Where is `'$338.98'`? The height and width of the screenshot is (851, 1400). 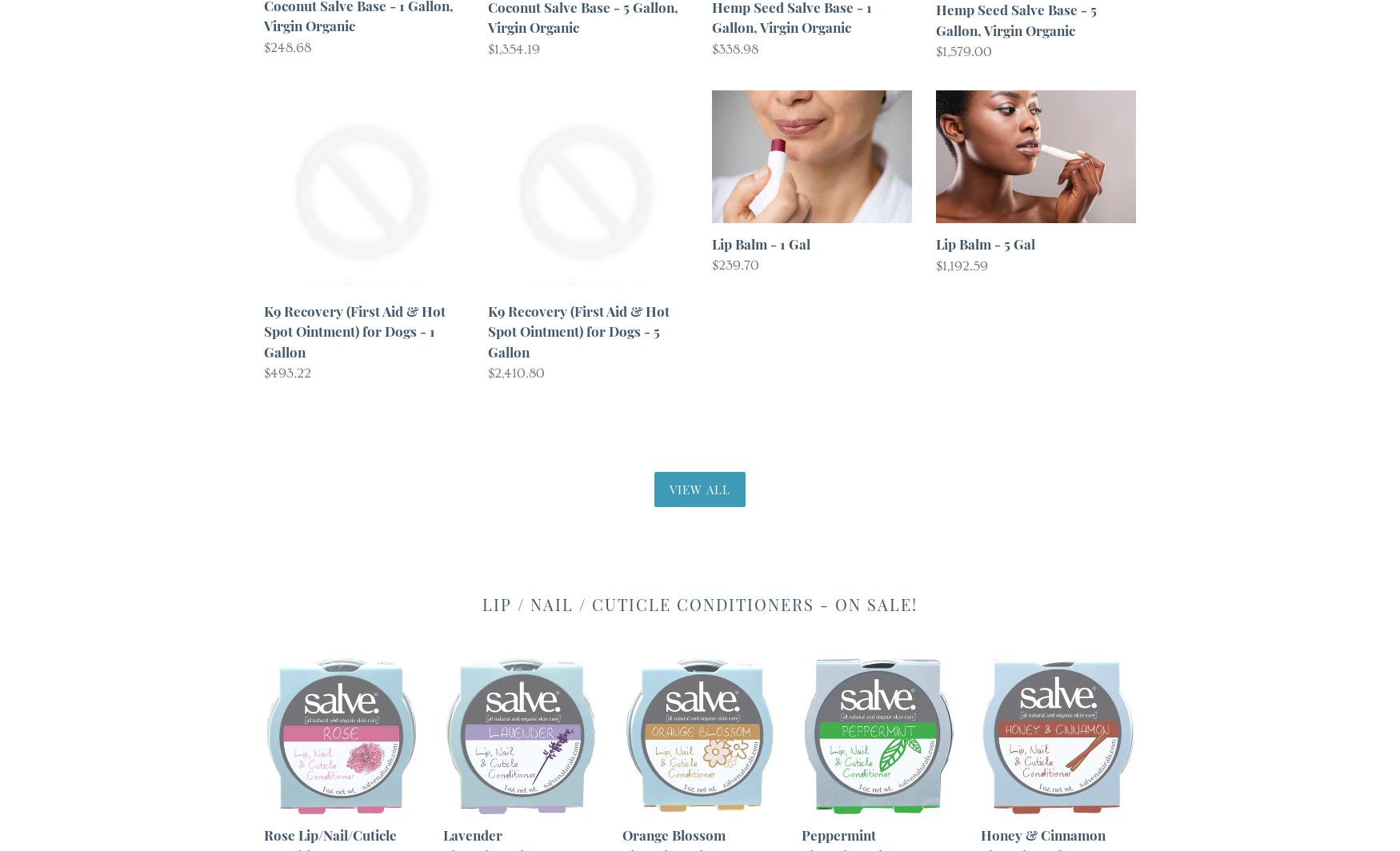 '$338.98' is located at coordinates (734, 48).